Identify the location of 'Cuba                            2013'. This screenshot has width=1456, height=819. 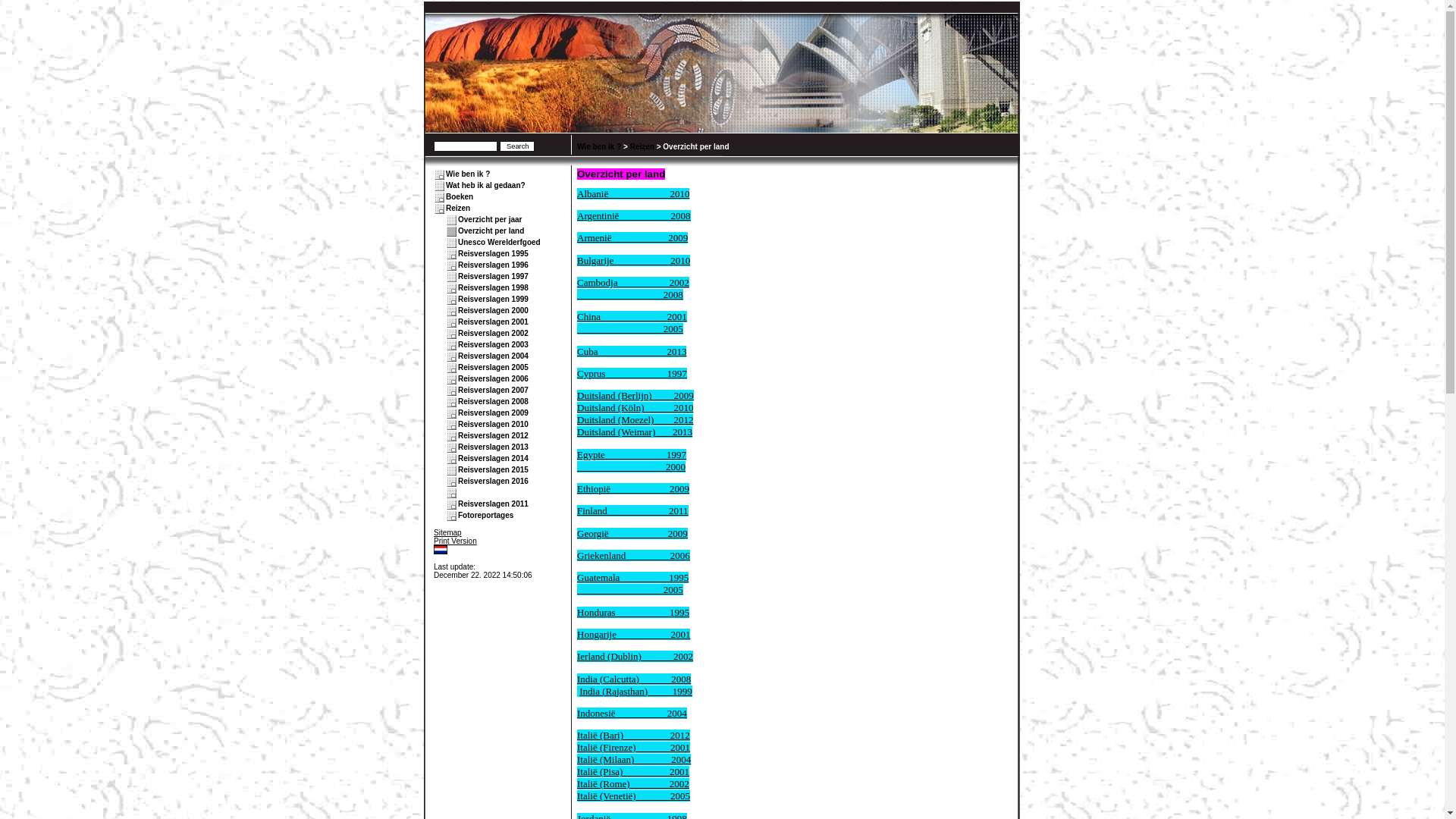
(576, 351).